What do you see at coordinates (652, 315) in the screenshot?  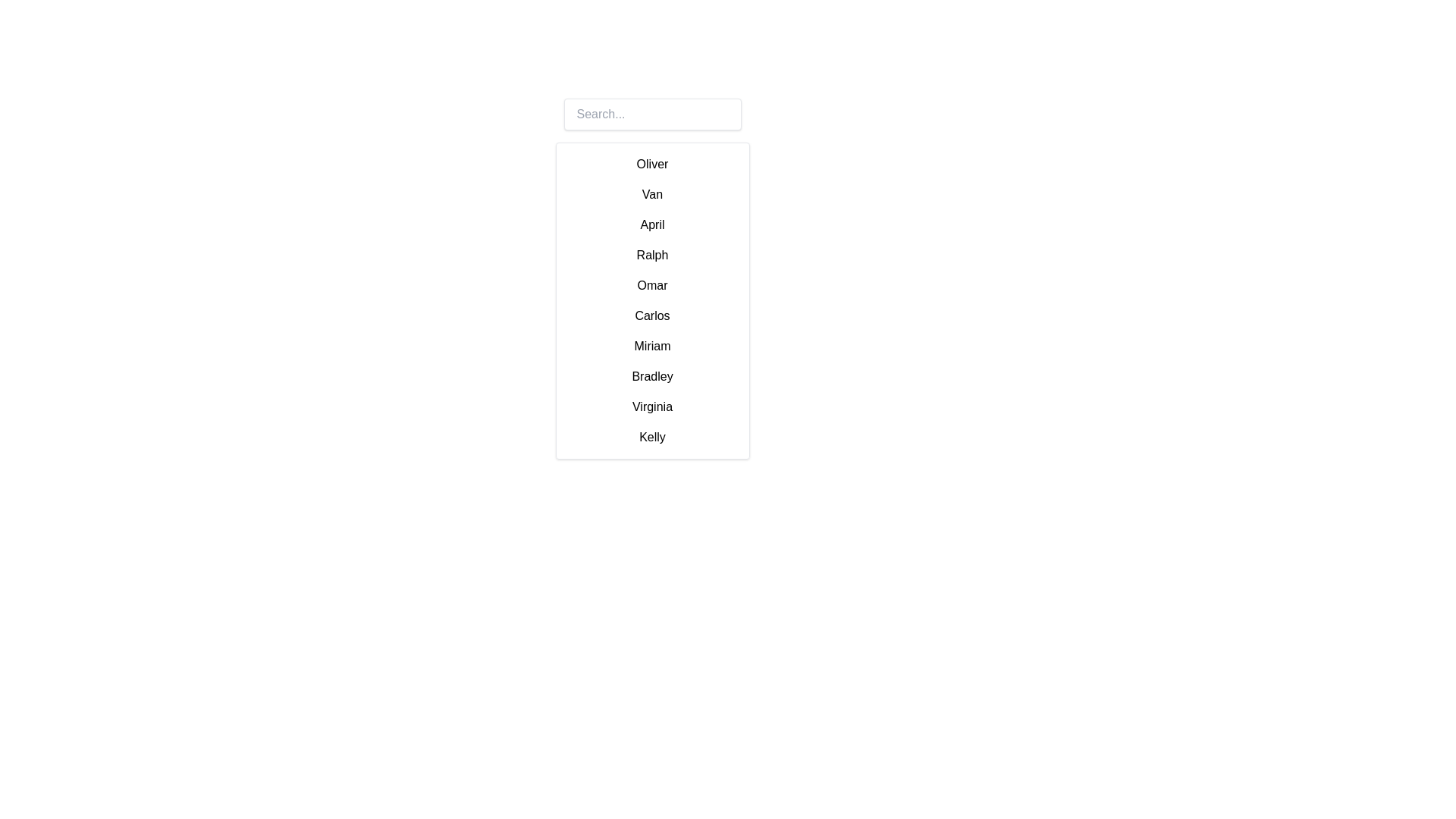 I see `the dropdown menu list item representing 'Carlos', which is the sixth item in the list` at bounding box center [652, 315].